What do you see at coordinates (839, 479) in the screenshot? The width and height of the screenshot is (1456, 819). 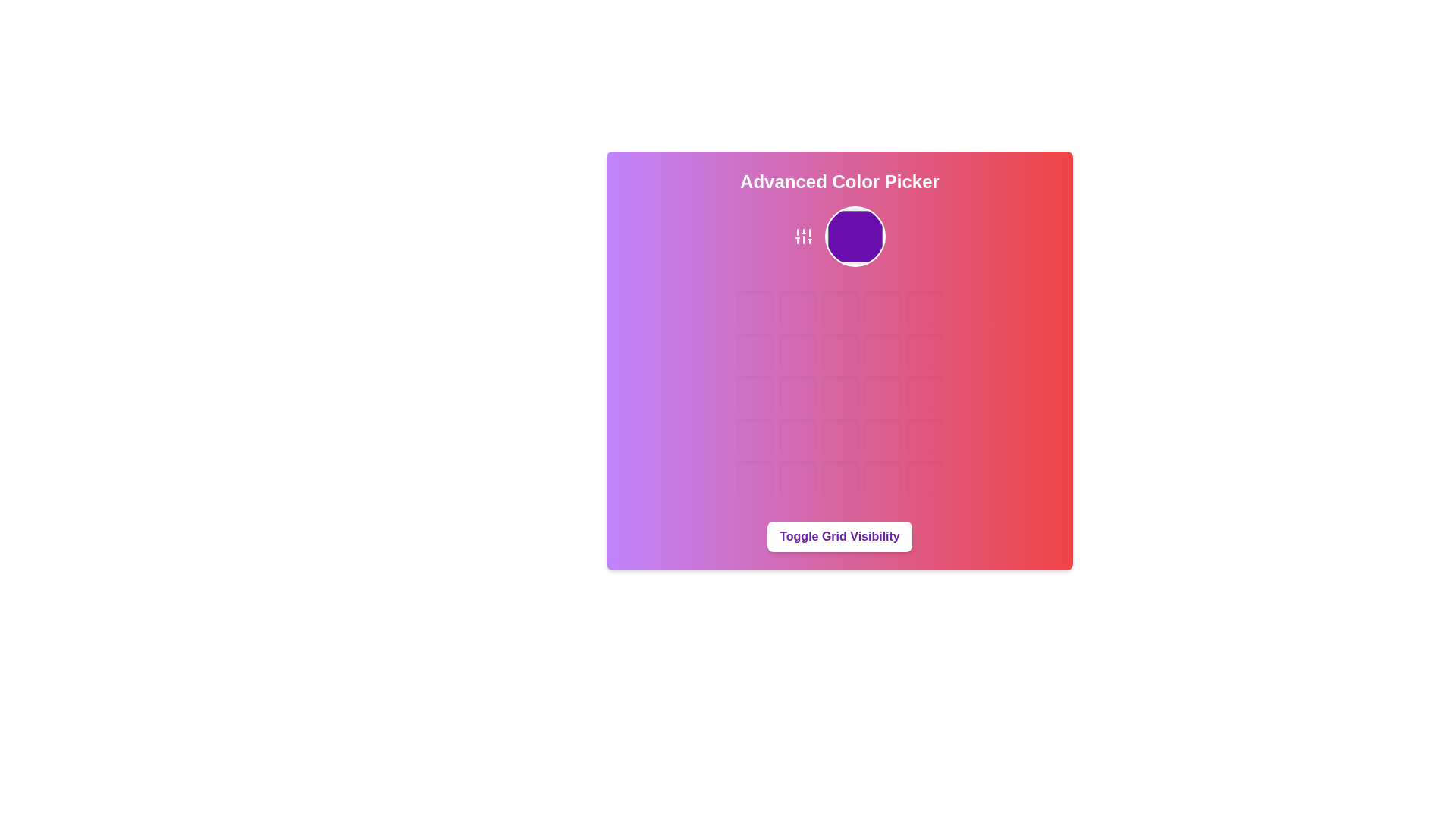 I see `the third cell in the fifth row of the 5x5 grid layout` at bounding box center [839, 479].